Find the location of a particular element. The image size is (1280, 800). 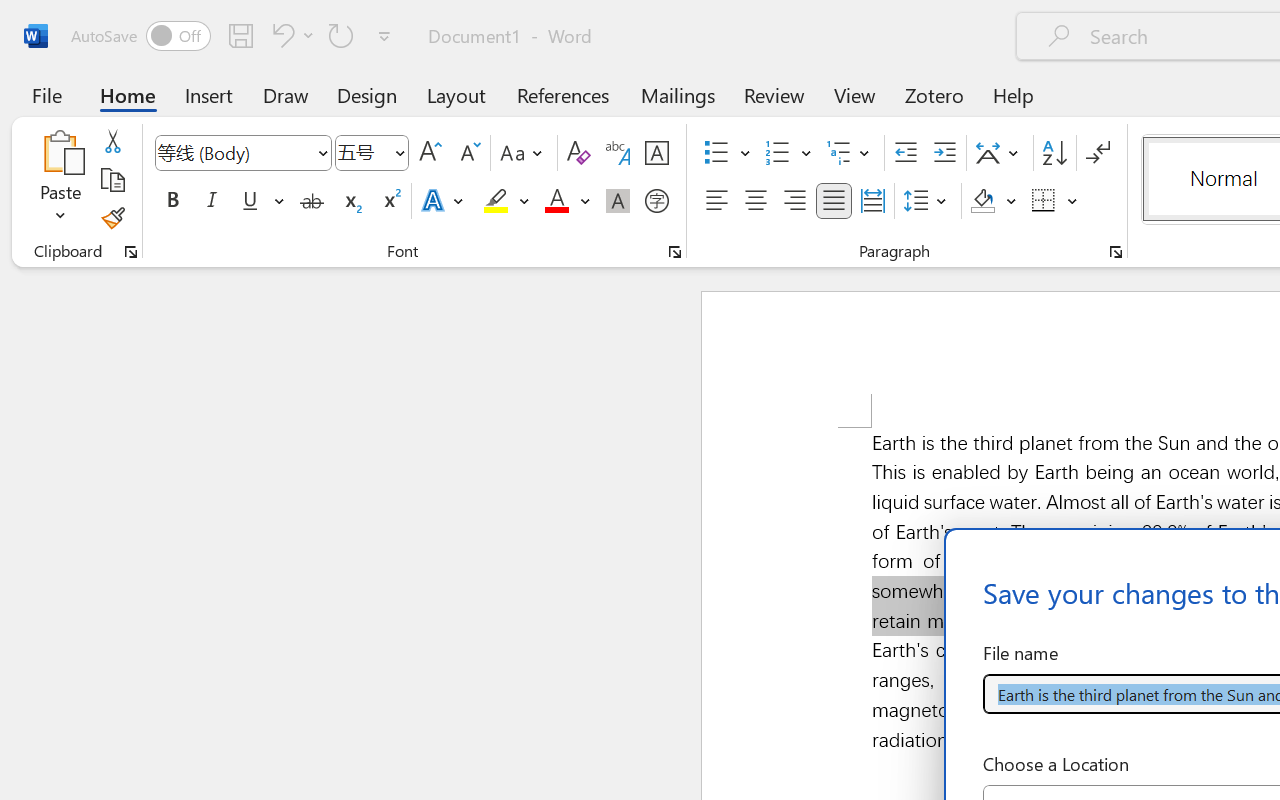

'Undo Paste Text Only' is located at coordinates (279, 34).